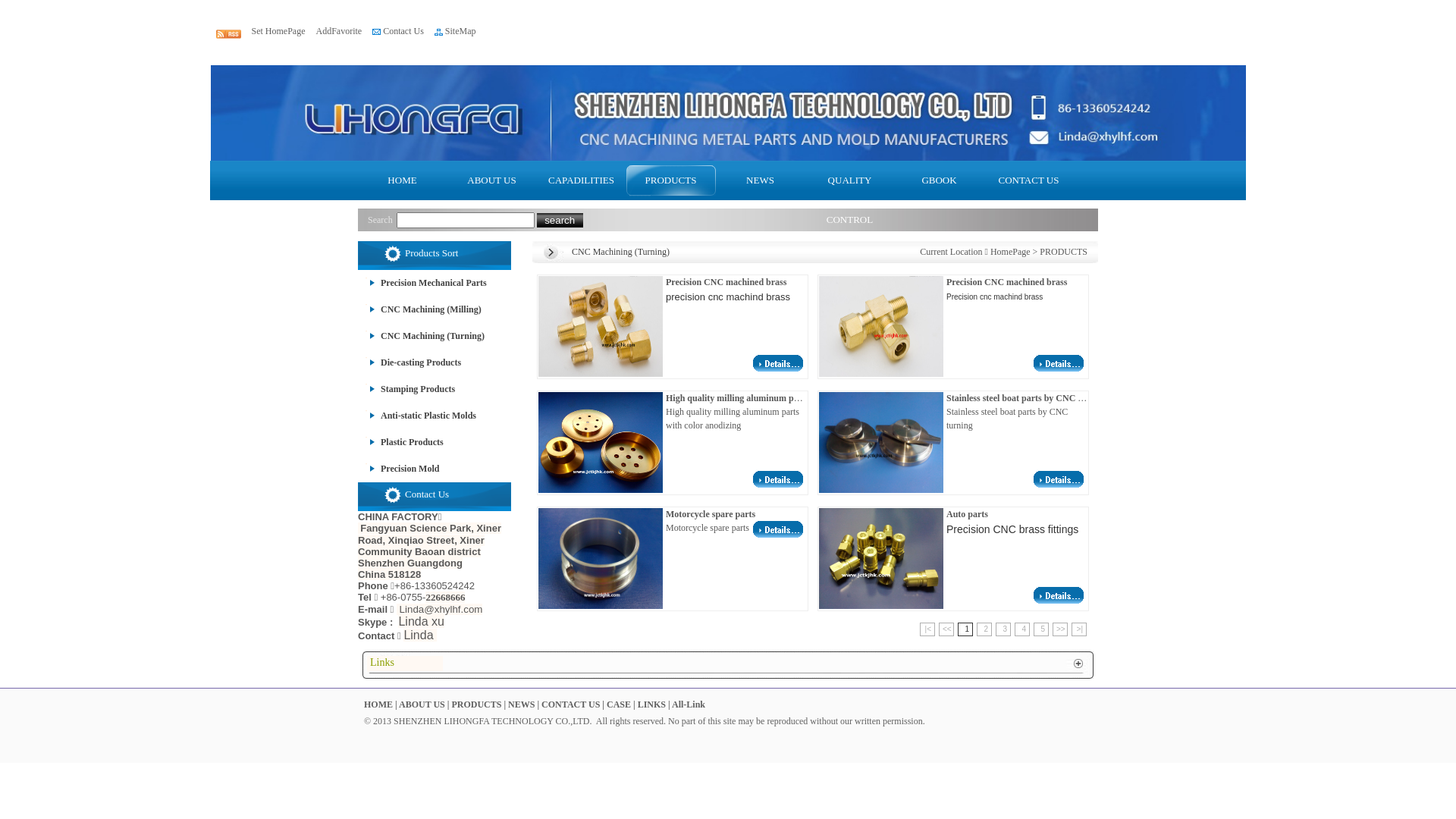 The width and height of the screenshot is (1456, 819). I want to click on 'HOME', so click(403, 180).